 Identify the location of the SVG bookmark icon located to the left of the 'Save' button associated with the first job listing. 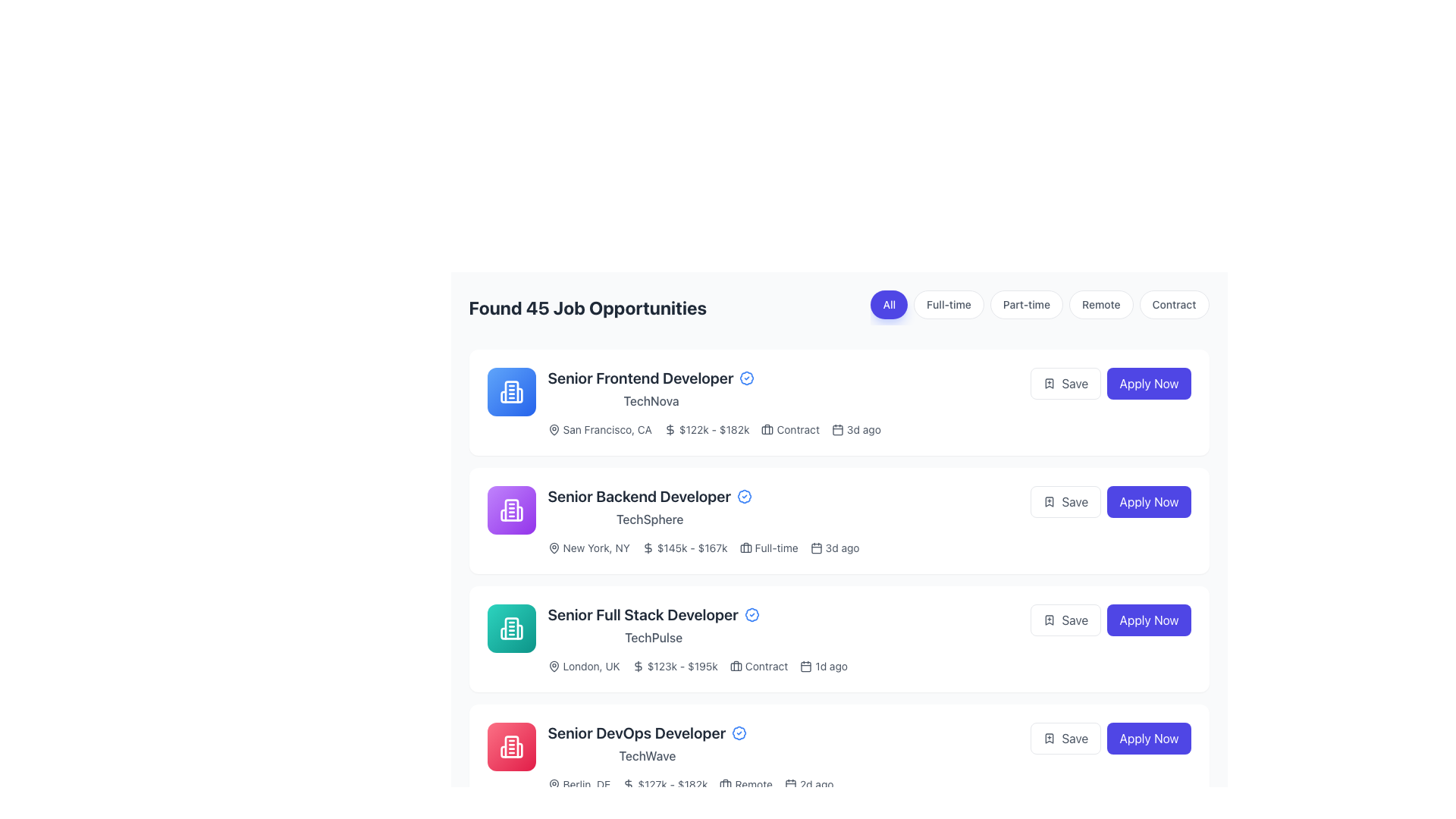
(1049, 382).